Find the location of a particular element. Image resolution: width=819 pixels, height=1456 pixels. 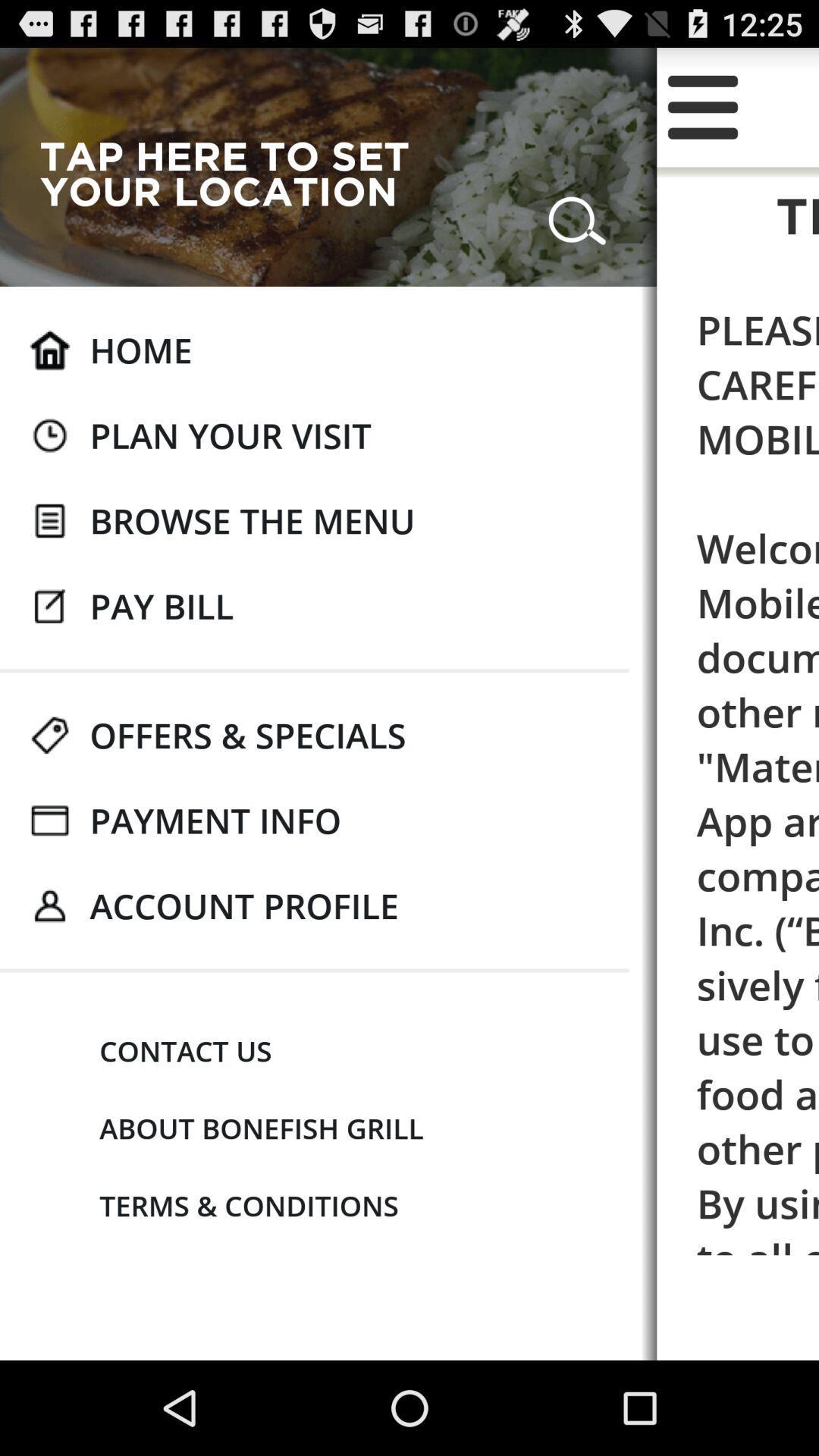

the payment info app is located at coordinates (215, 820).